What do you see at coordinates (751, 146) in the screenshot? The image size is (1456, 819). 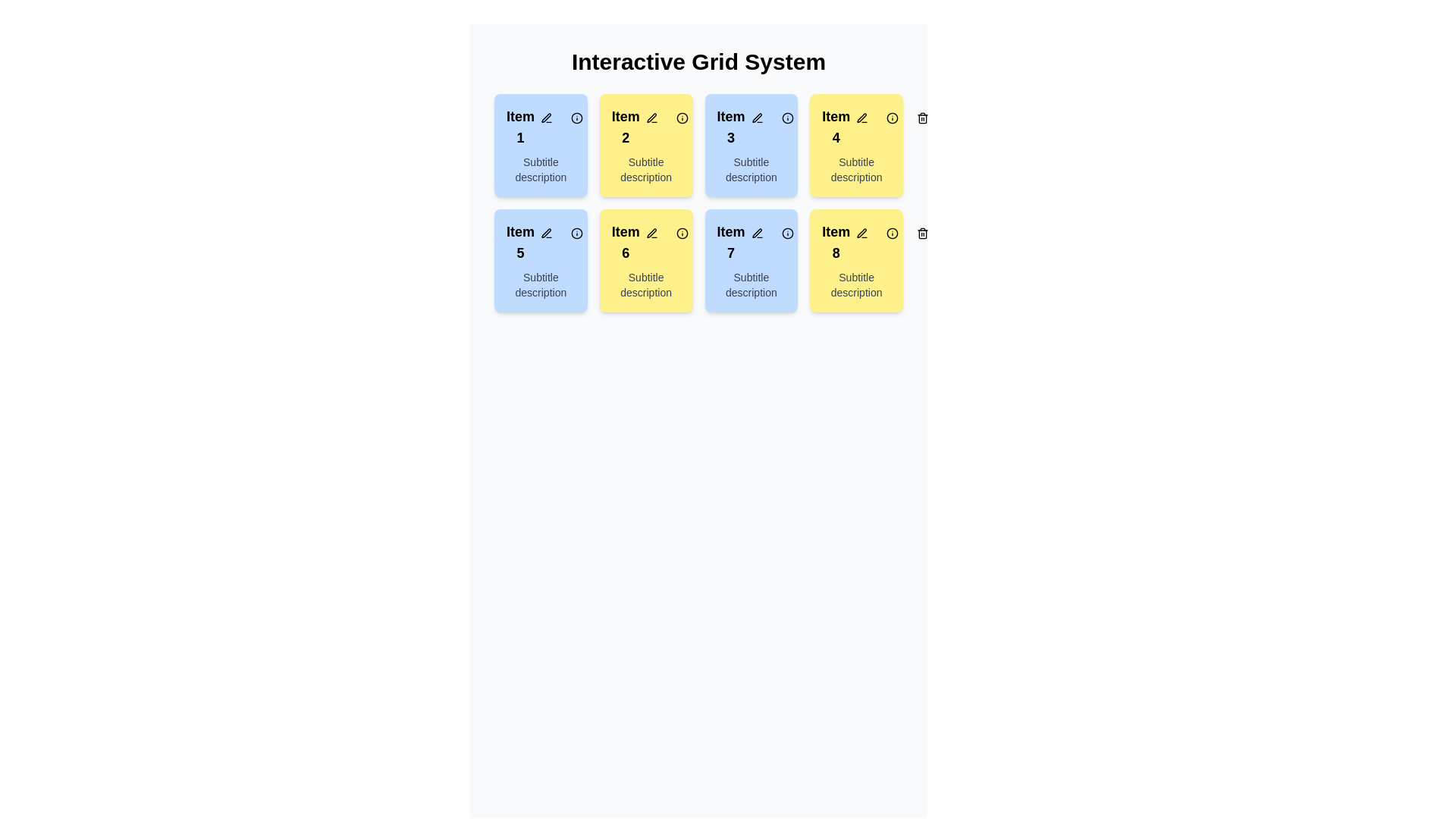 I see `the UI card component with a light blue background containing 'Item 3' and interactive icons in the top-right corner` at bounding box center [751, 146].